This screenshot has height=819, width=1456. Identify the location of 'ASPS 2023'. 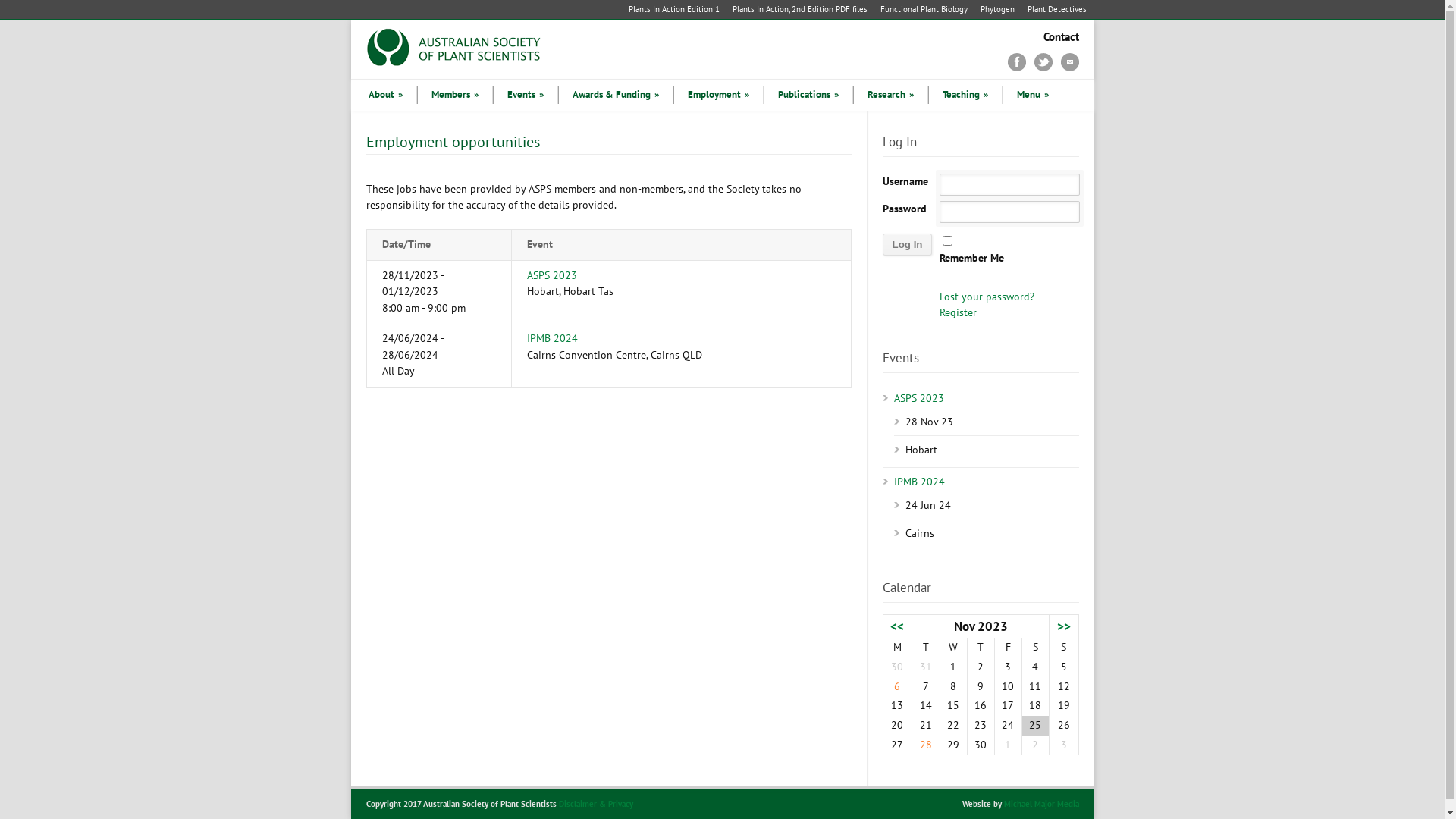
(526, 275).